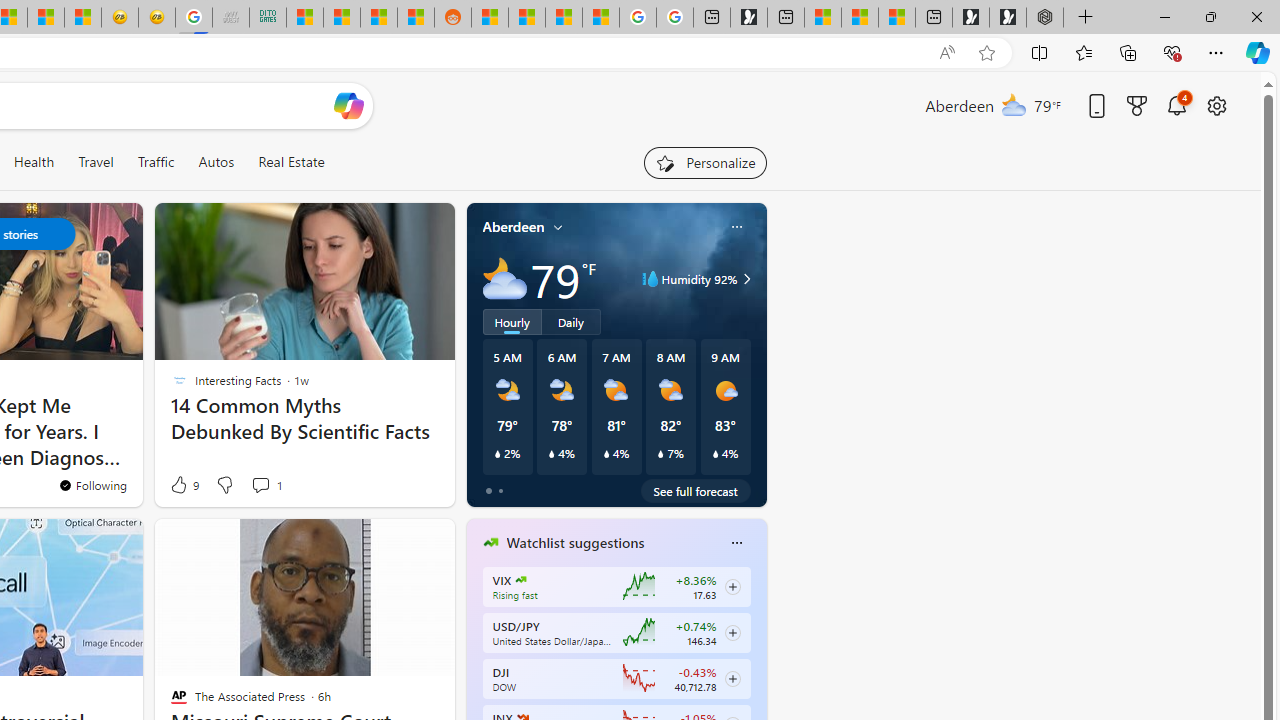  What do you see at coordinates (715, 453) in the screenshot?
I see `'Class: weather-current-precipitation-glyph'` at bounding box center [715, 453].